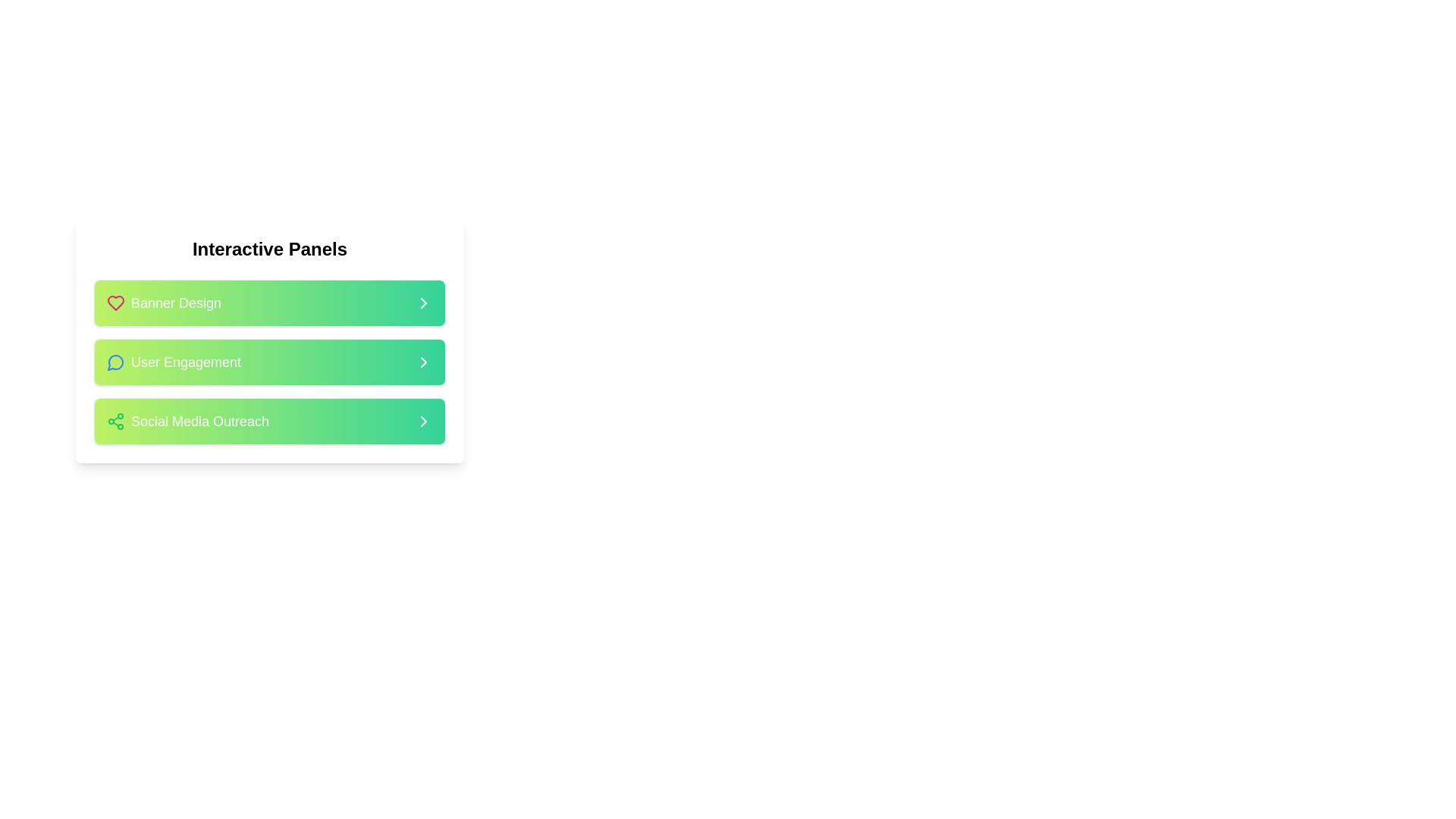  I want to click on the chevron icon located at the far-right side of the 'User Engagement' section, so click(423, 362).